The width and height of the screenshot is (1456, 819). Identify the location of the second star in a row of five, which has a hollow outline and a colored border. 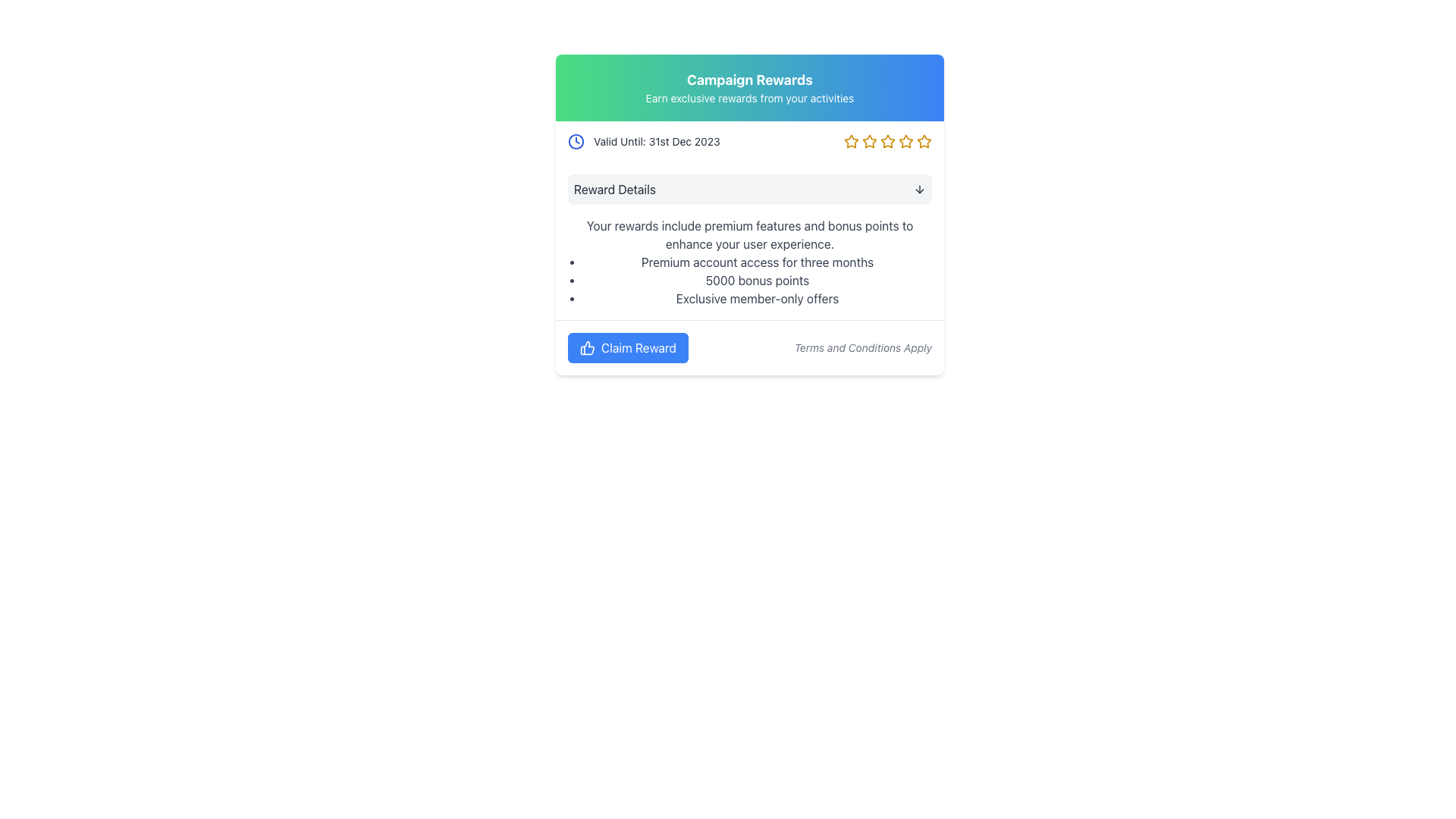
(870, 141).